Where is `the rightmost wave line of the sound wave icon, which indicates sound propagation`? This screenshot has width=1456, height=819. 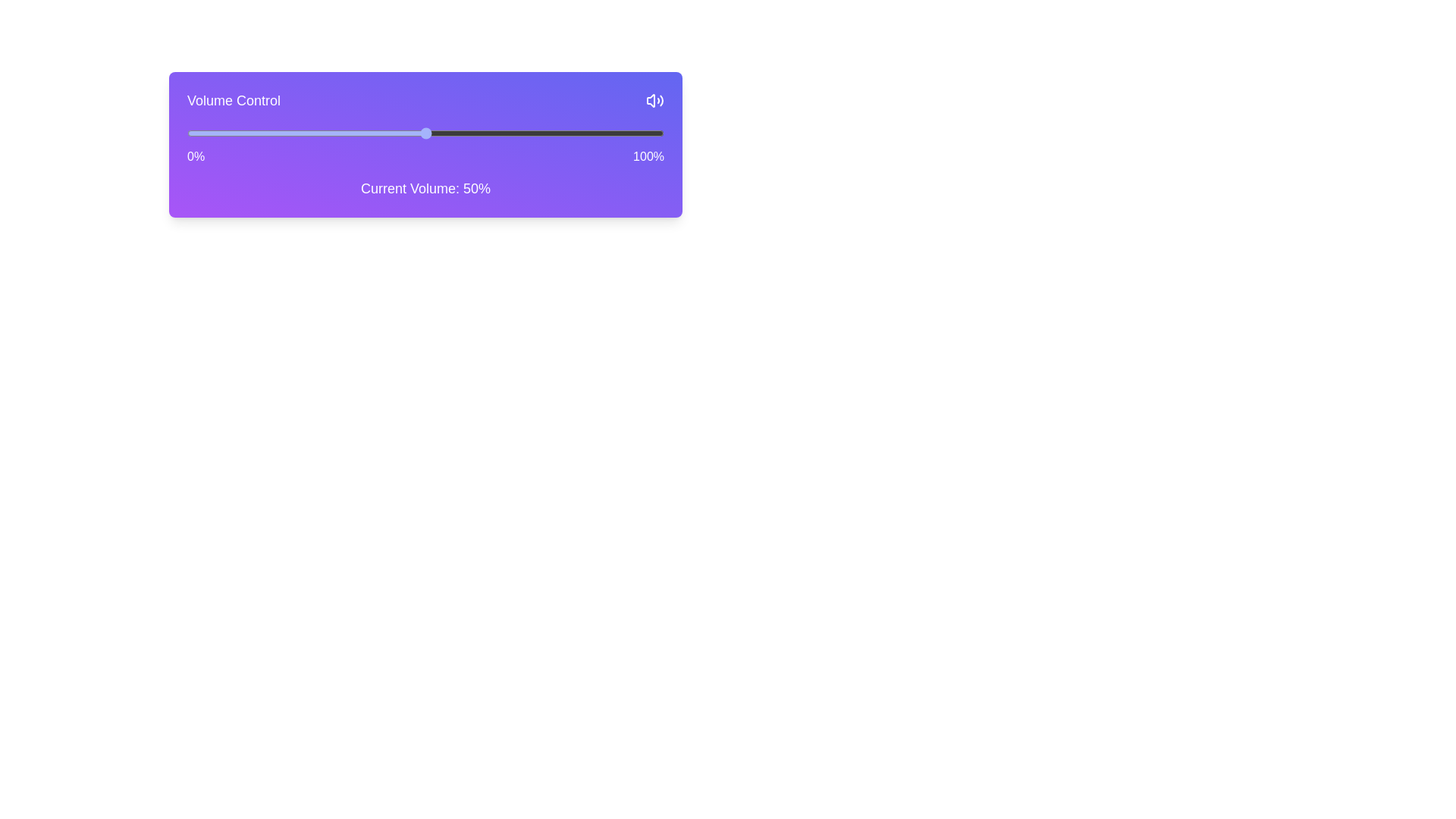 the rightmost wave line of the sound wave icon, which indicates sound propagation is located at coordinates (661, 100).